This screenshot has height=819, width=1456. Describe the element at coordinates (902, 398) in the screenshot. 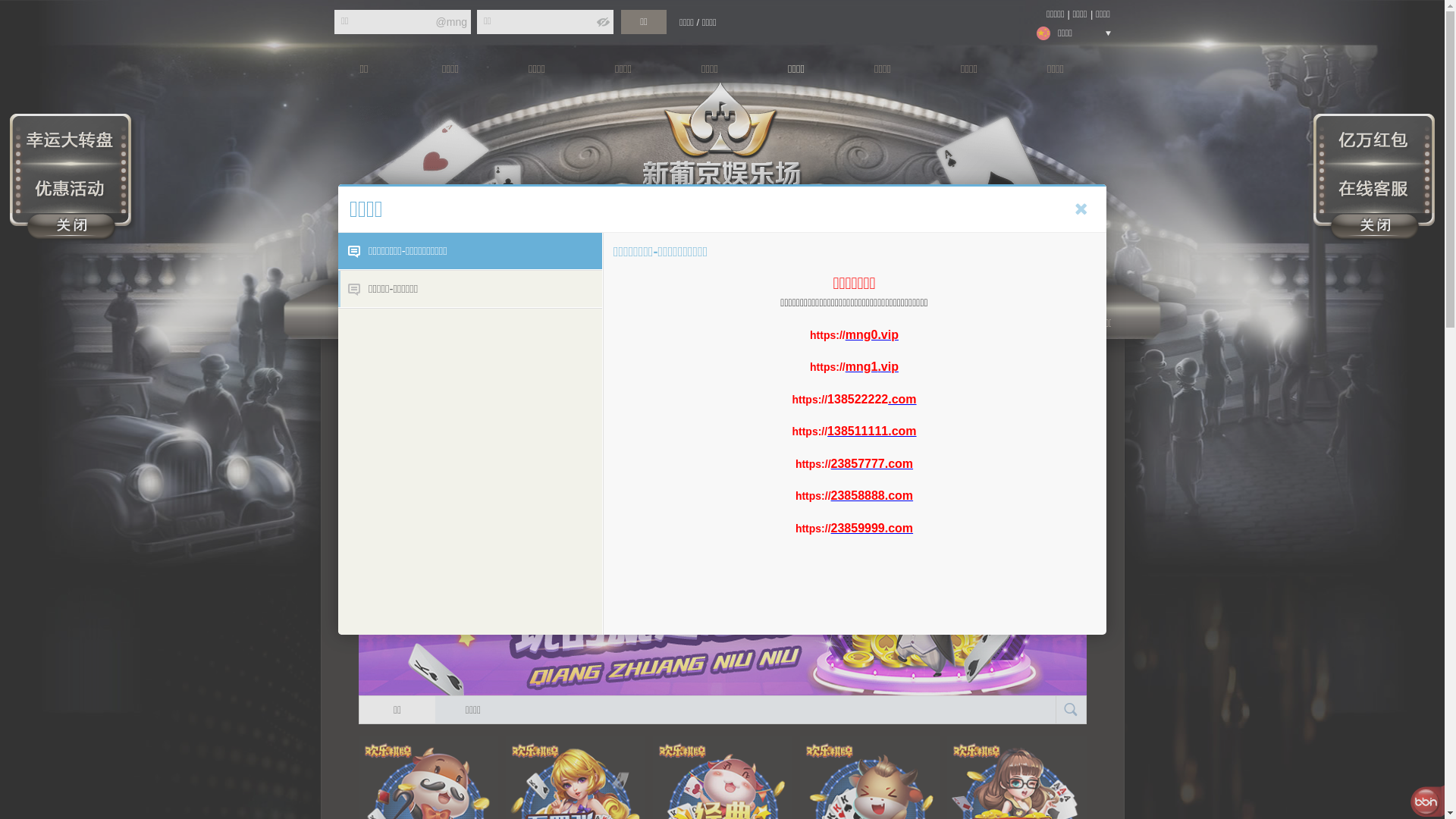

I see `'.com'` at that location.